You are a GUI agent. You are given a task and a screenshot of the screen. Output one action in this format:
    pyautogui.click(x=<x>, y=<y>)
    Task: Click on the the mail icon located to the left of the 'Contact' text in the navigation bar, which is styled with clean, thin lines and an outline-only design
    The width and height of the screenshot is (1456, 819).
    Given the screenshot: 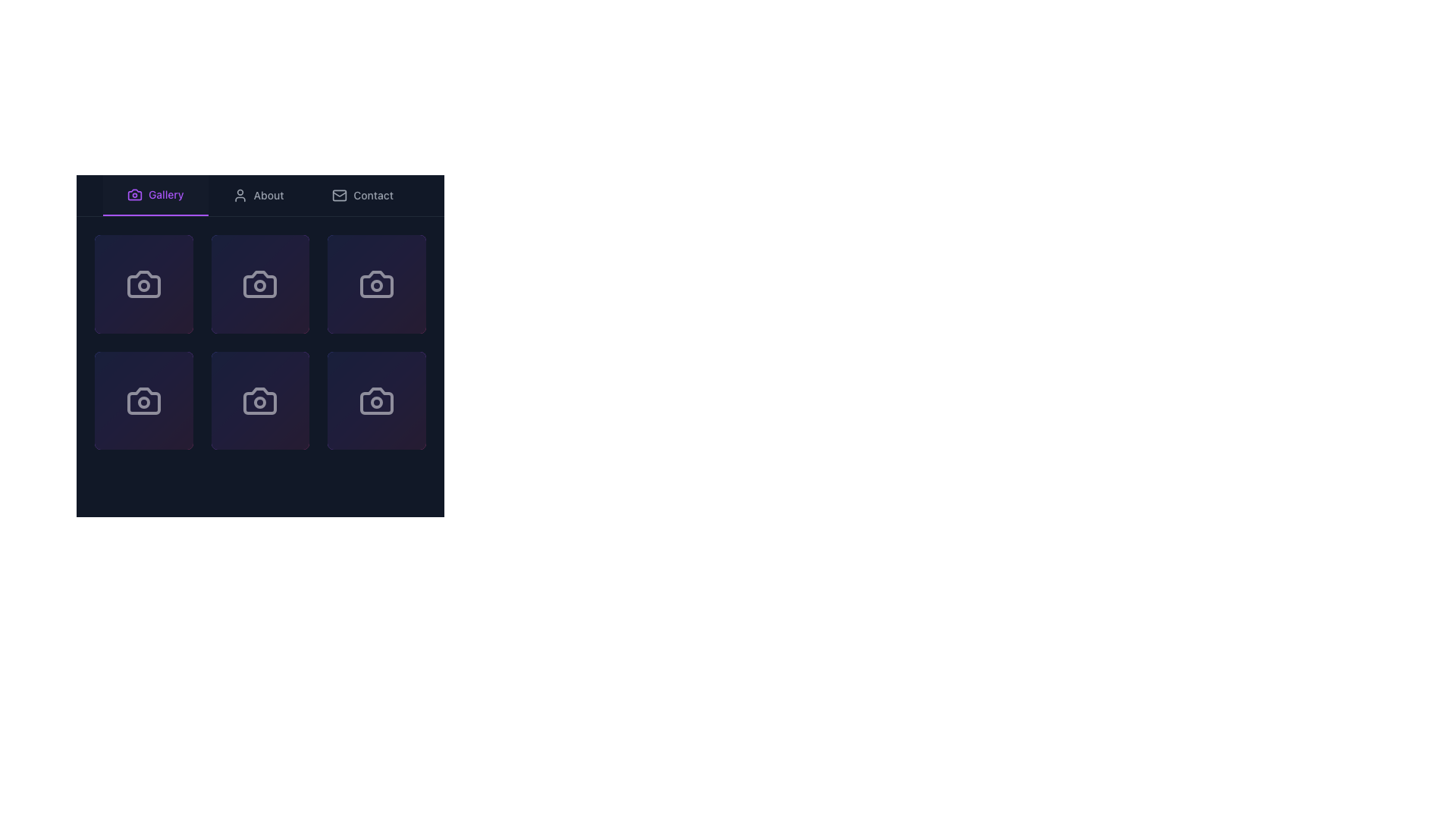 What is the action you would take?
    pyautogui.click(x=339, y=195)
    